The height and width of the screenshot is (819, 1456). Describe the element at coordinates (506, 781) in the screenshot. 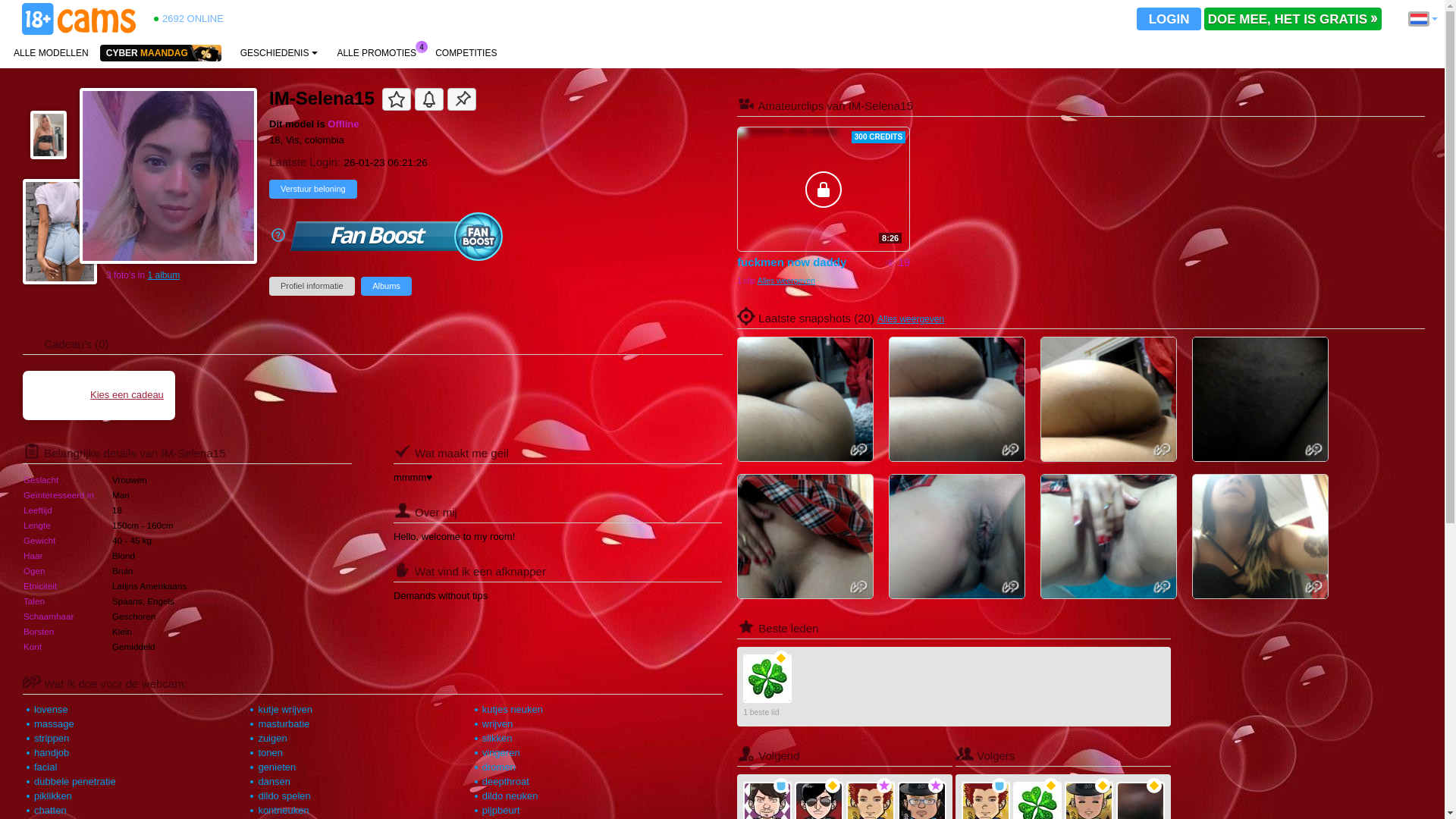

I see `'deepthroat'` at that location.